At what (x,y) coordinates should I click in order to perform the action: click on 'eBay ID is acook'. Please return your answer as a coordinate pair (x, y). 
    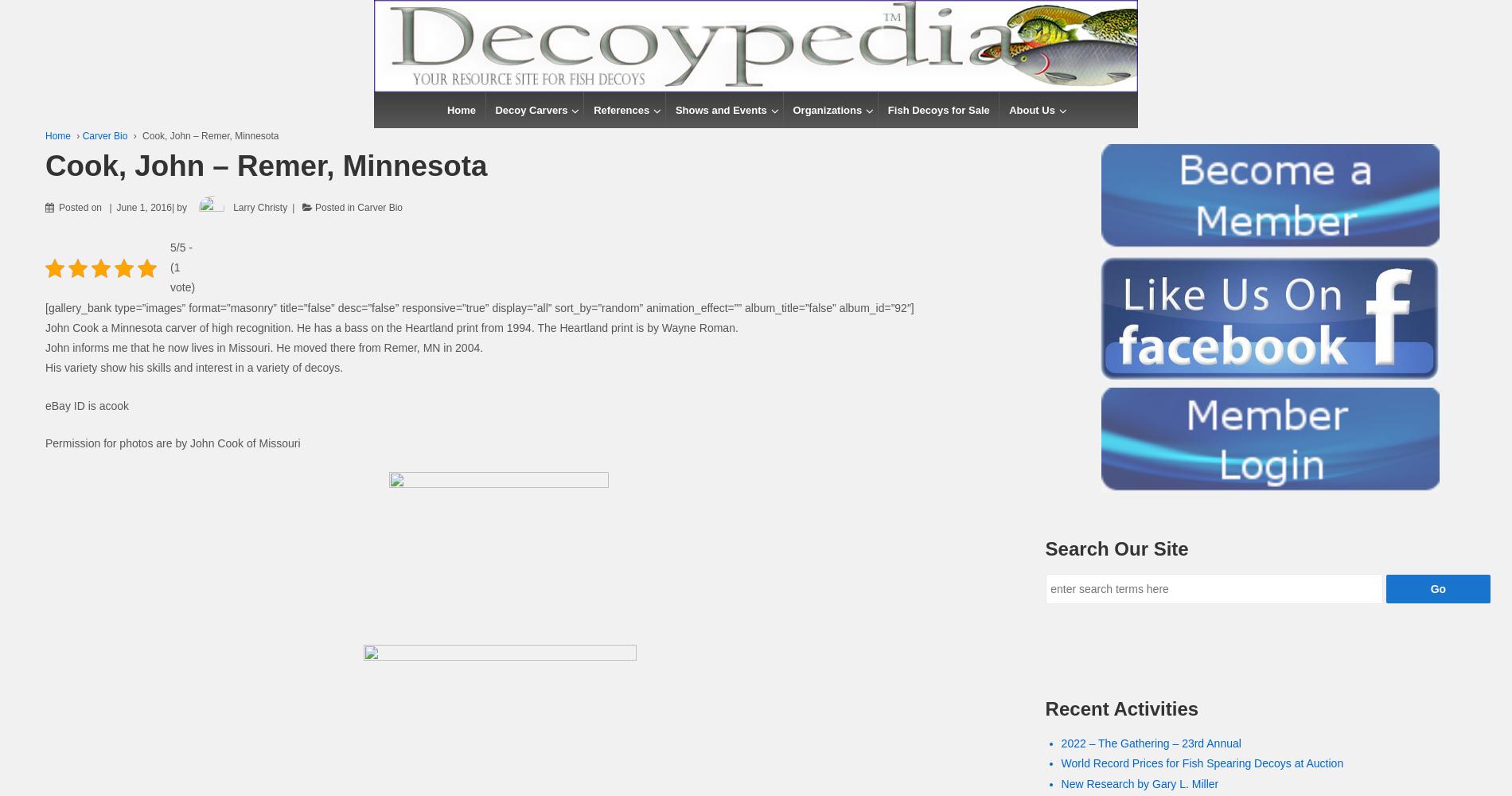
    Looking at the image, I should click on (45, 405).